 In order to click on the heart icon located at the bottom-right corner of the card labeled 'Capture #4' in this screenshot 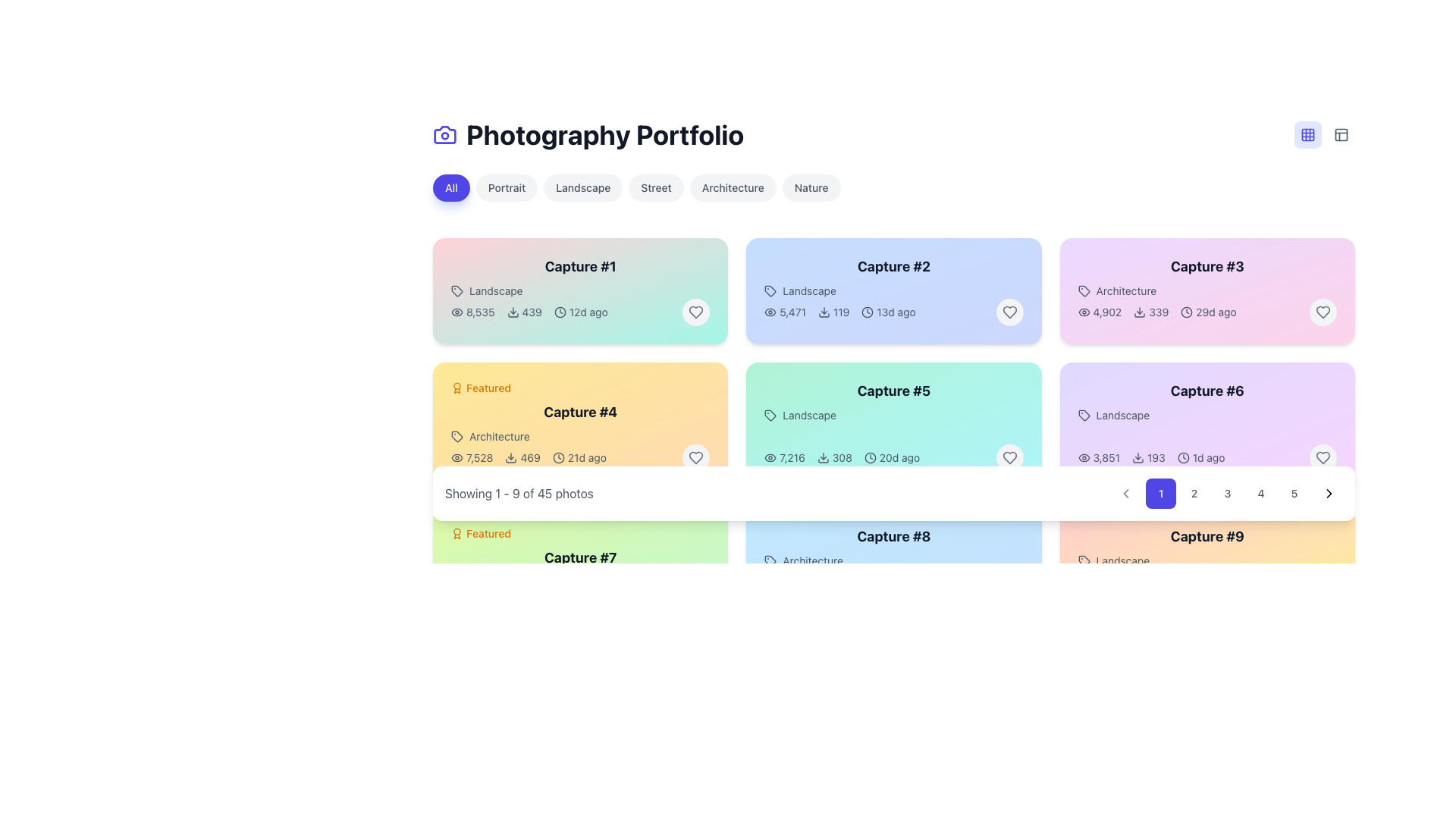, I will do `click(695, 457)`.